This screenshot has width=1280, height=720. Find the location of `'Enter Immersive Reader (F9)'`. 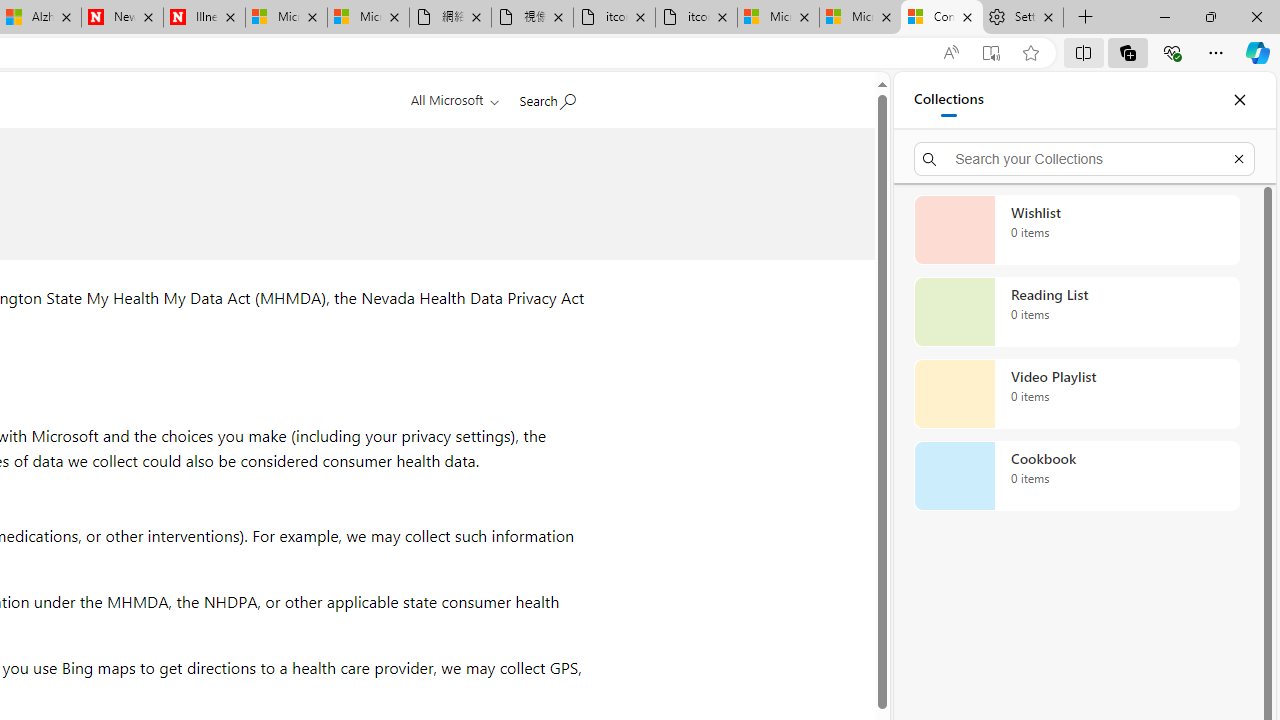

'Enter Immersive Reader (F9)' is located at coordinates (991, 52).